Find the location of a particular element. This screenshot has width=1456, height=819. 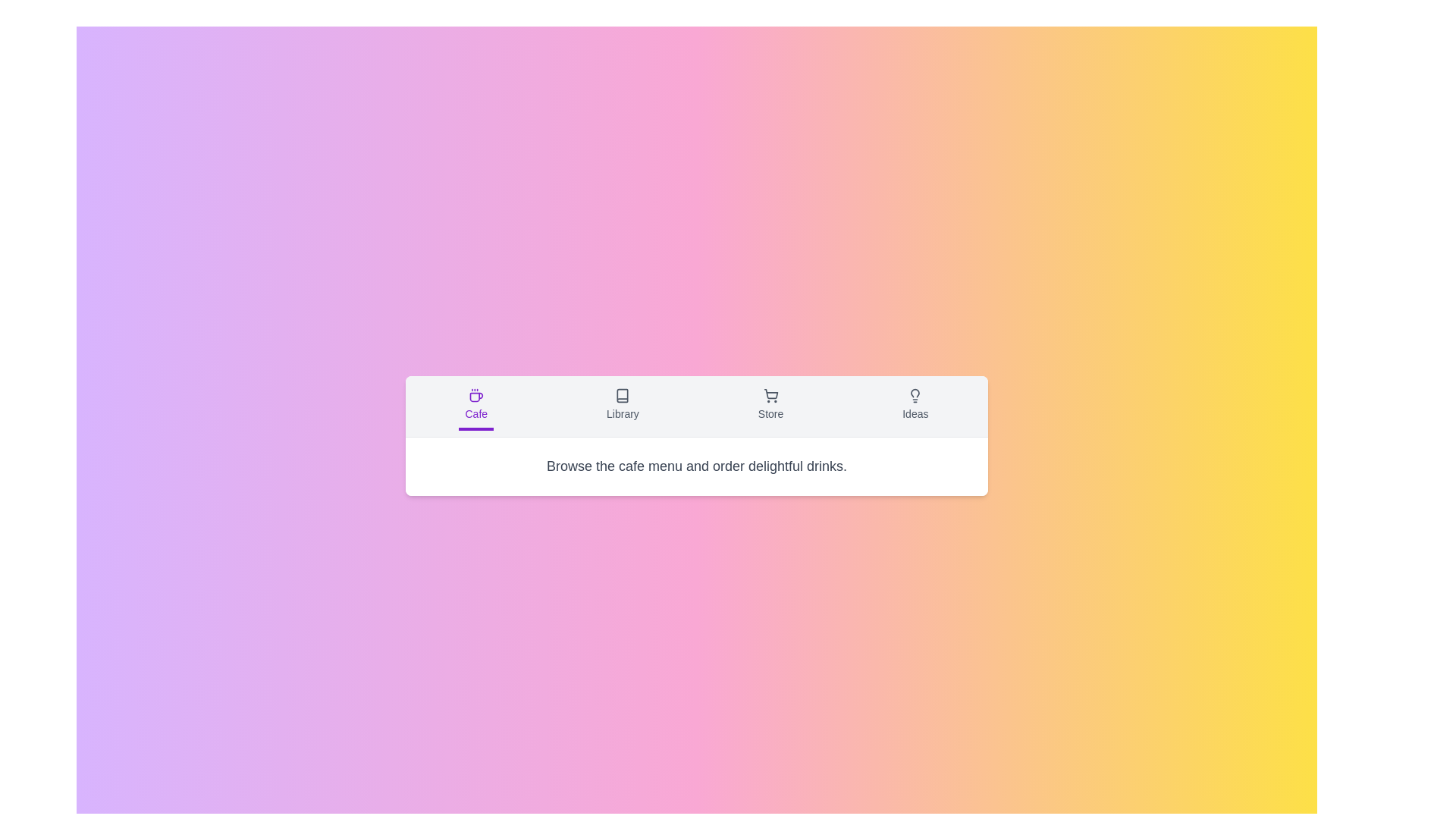

the 'Ideas' icon located at the far right of the navigation bar is located at coordinates (915, 394).